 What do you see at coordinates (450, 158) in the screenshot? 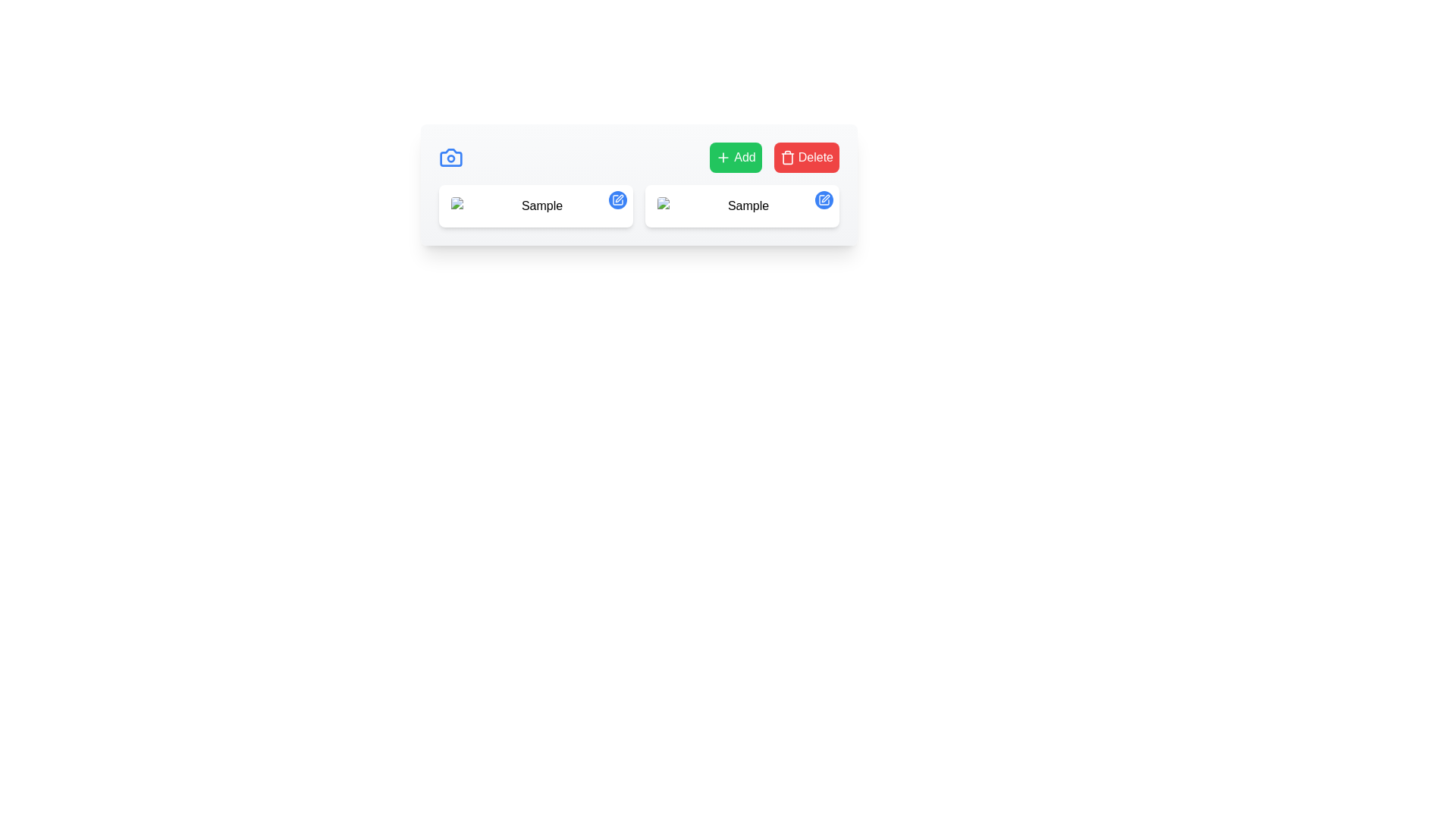
I see `the camera icon button located at the top-left of the control bar, which features a minimalistic design with a blue color and rounded outline` at bounding box center [450, 158].